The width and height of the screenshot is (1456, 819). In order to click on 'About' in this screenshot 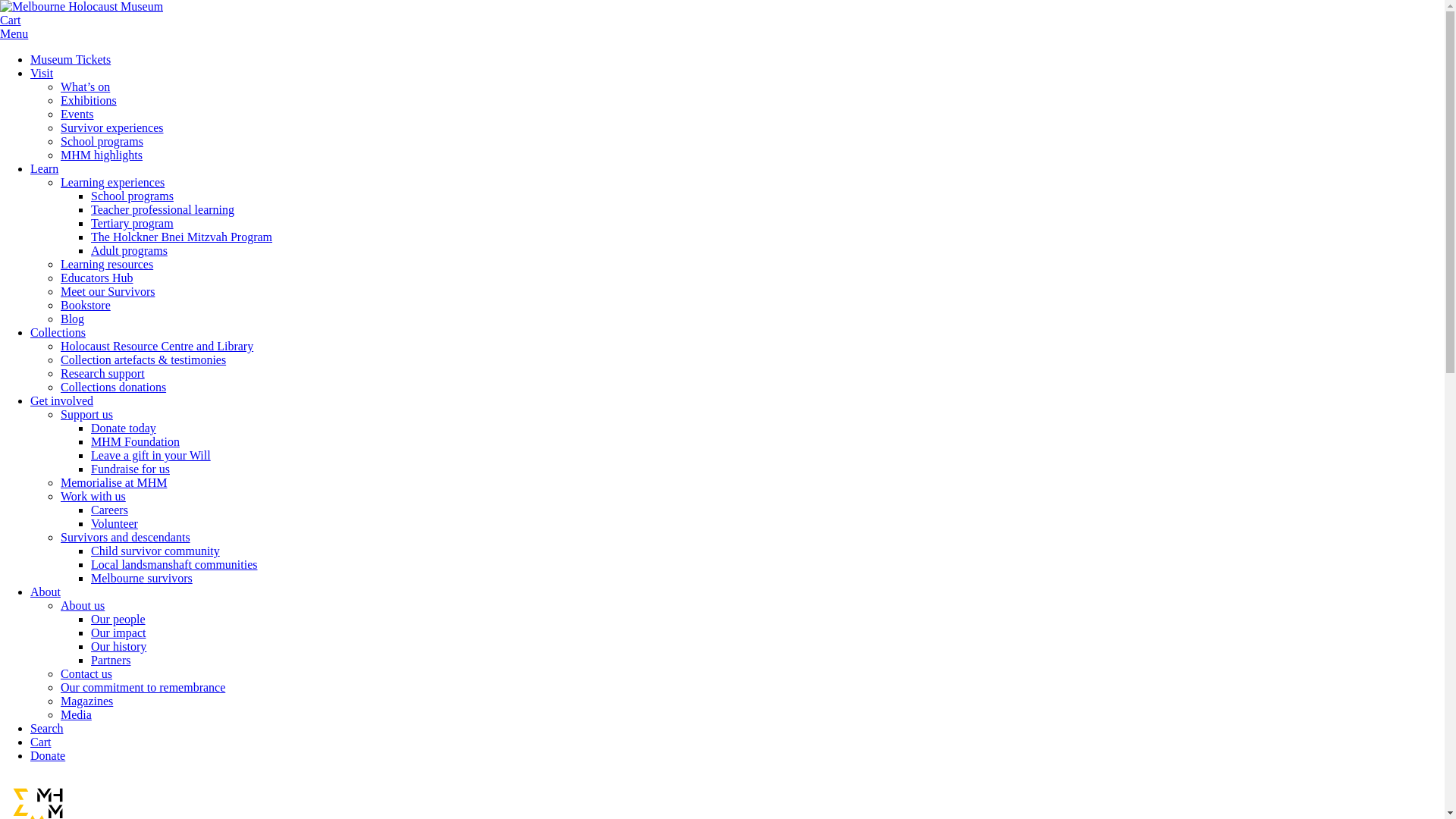, I will do `click(45, 591)`.